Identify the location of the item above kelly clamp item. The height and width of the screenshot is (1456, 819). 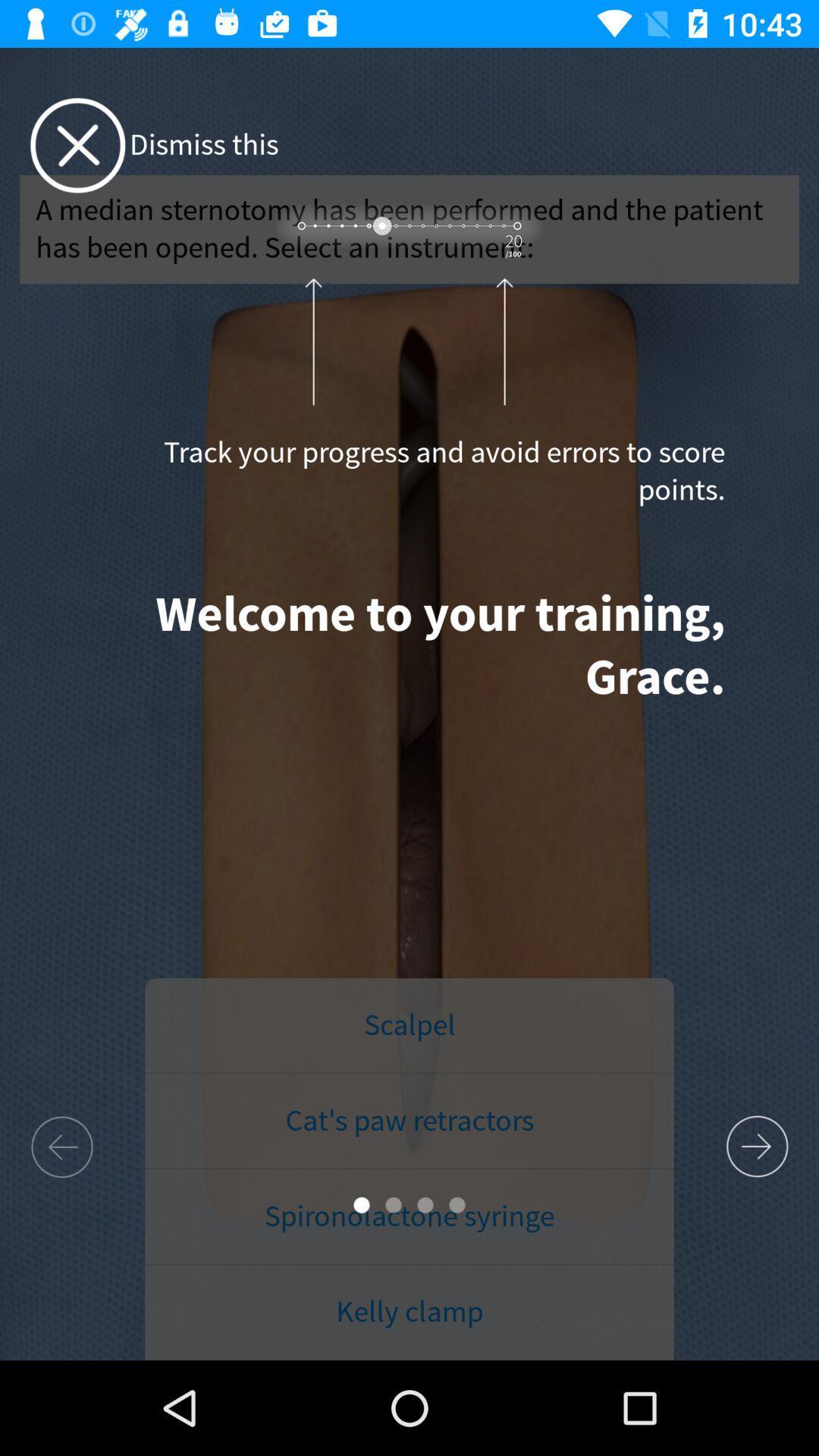
(409, 1216).